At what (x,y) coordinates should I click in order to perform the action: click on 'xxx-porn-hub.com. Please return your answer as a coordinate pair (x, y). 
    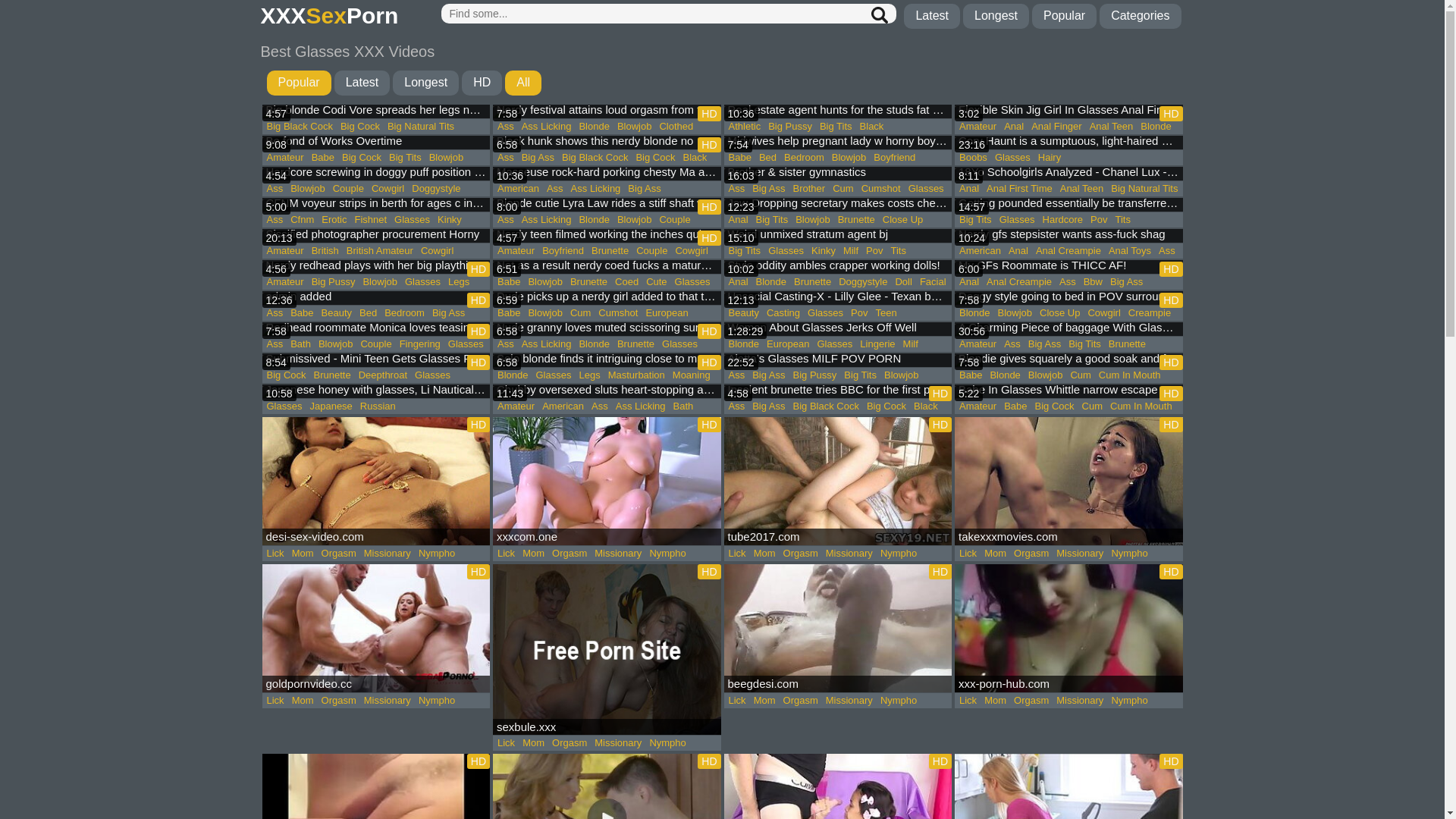
    Looking at the image, I should click on (1068, 628).